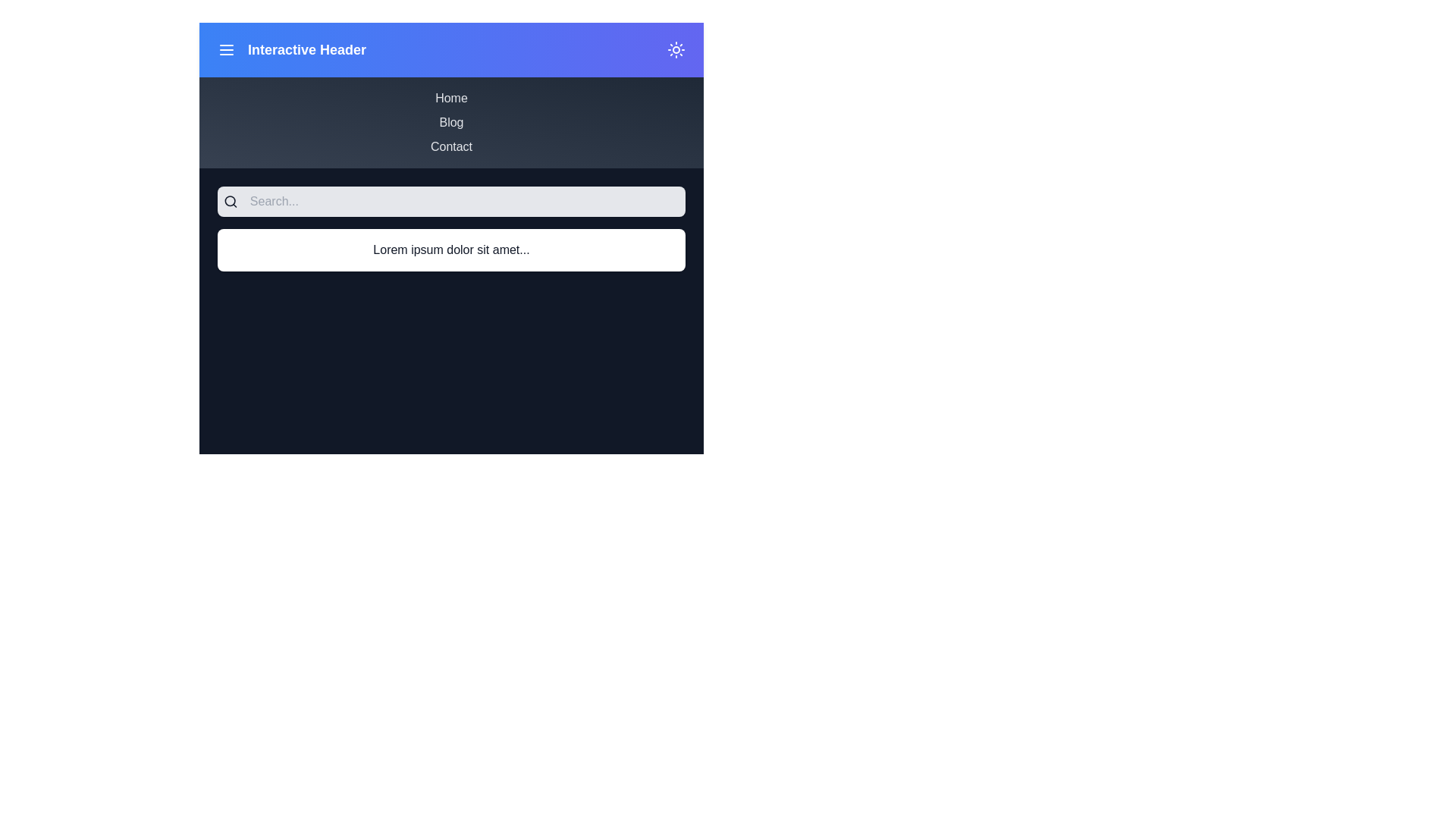  What do you see at coordinates (450, 146) in the screenshot?
I see `the menu item Contact from the menu` at bounding box center [450, 146].